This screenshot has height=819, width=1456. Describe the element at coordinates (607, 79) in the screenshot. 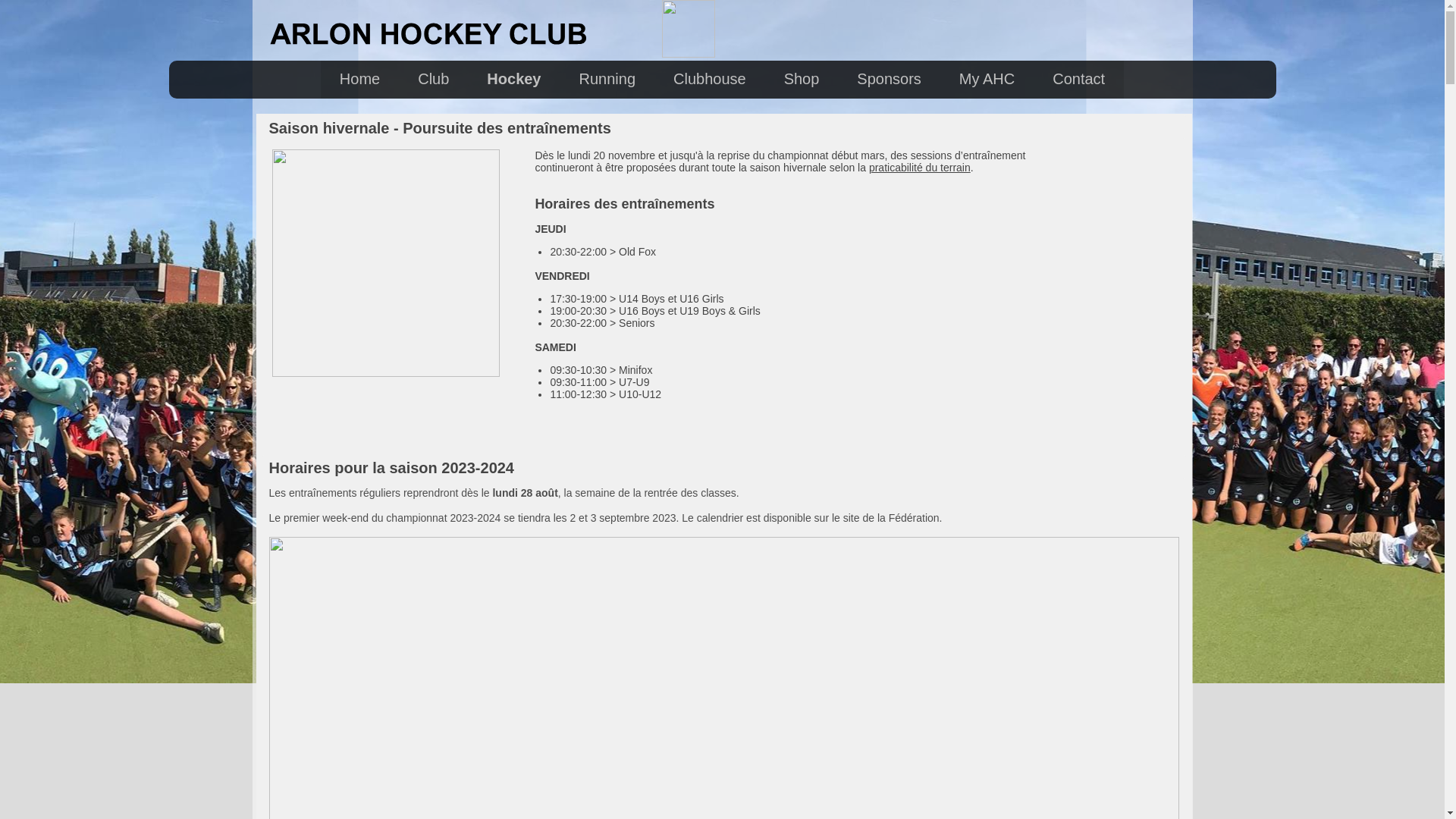

I see `'Running'` at that location.